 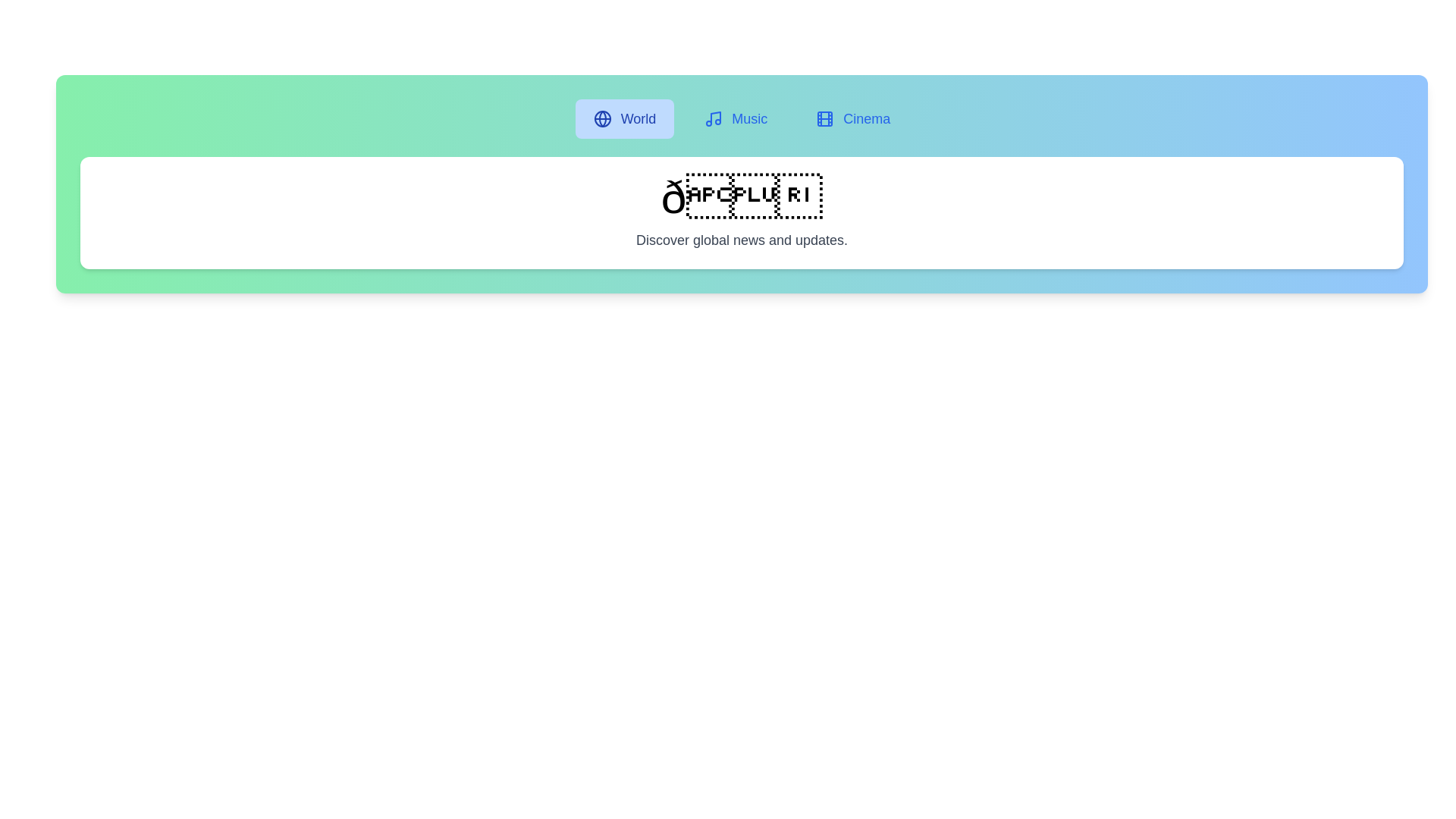 I want to click on the World tab, so click(x=625, y=118).